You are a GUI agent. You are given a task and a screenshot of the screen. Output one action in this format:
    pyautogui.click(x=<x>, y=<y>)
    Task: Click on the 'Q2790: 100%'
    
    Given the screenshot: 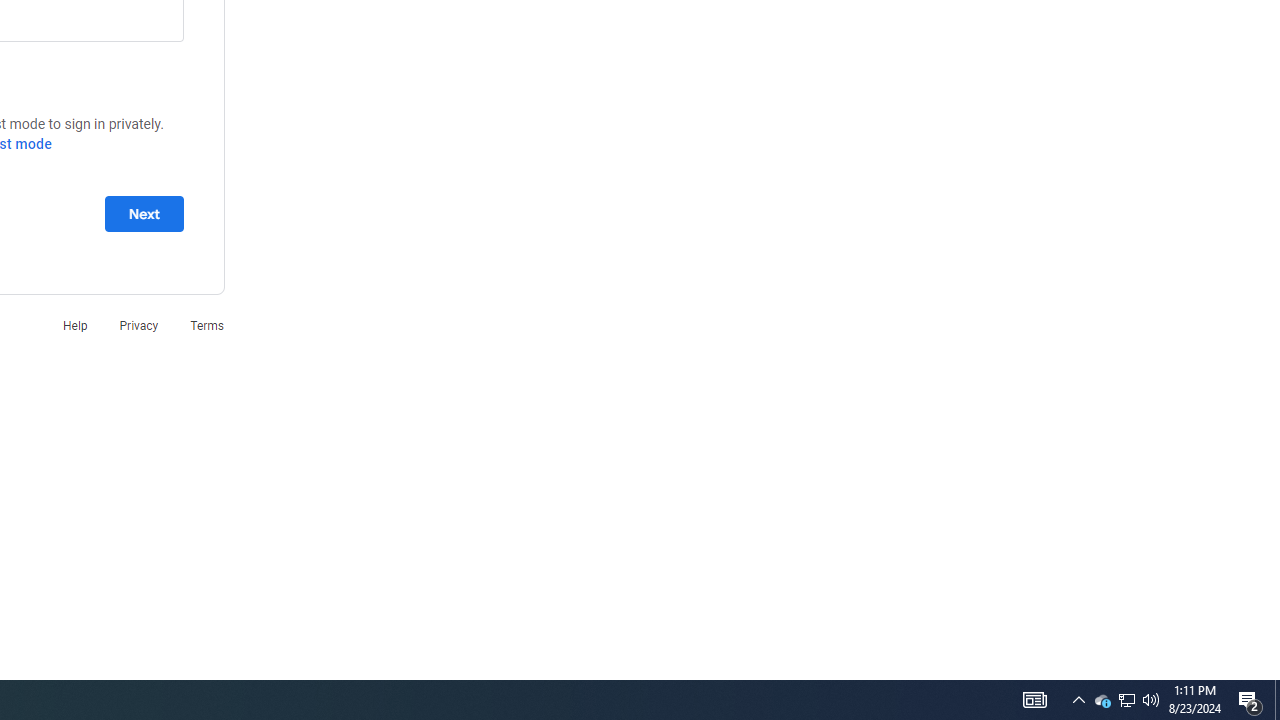 What is the action you would take?
    pyautogui.click(x=1151, y=698)
    